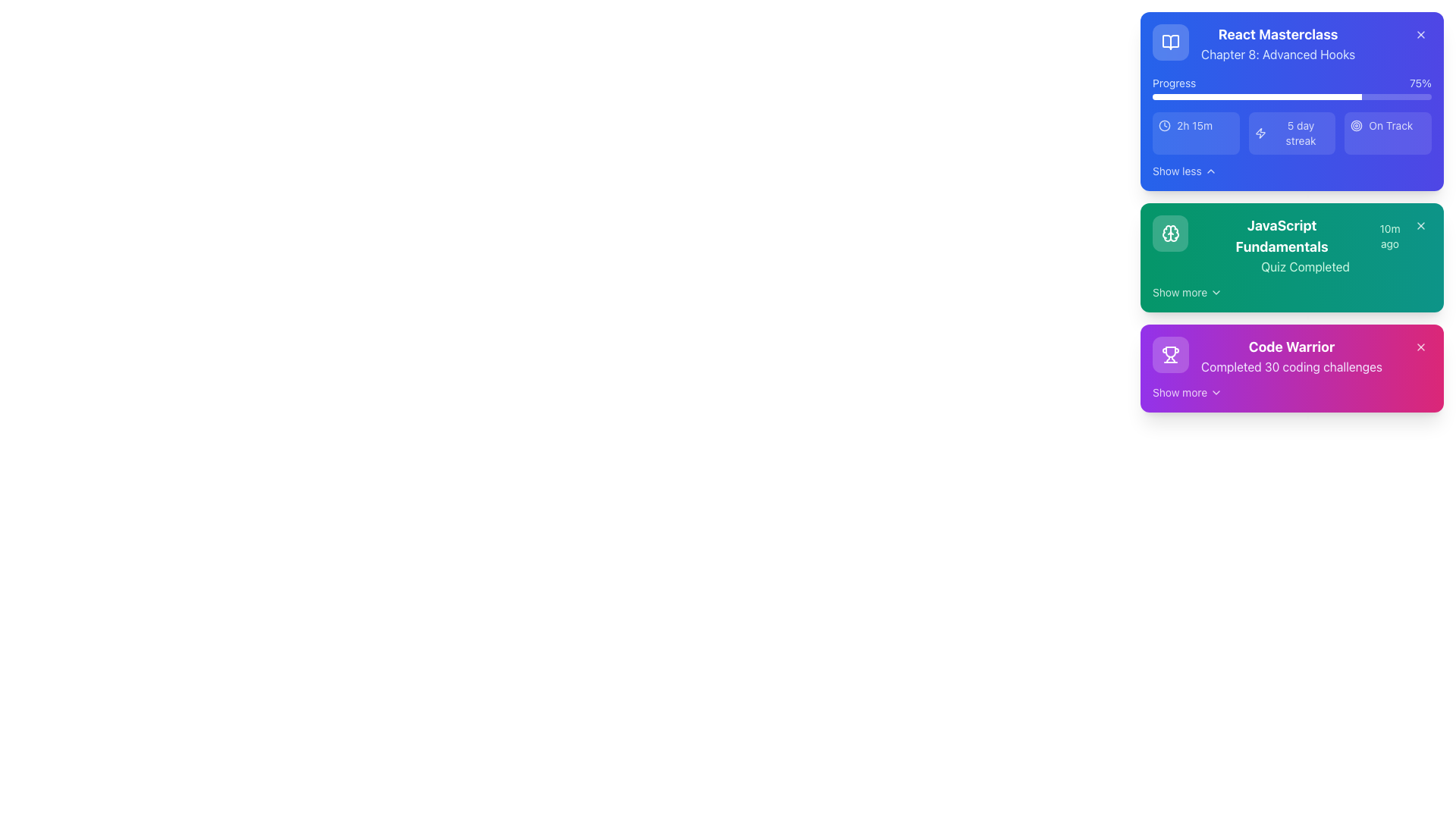 The width and height of the screenshot is (1456, 819). Describe the element at coordinates (1388, 124) in the screenshot. I see `the Status indicator labeled 'On Track' with a target icon located within the 'React Masterclass' card at the top right corner of the interface` at that location.